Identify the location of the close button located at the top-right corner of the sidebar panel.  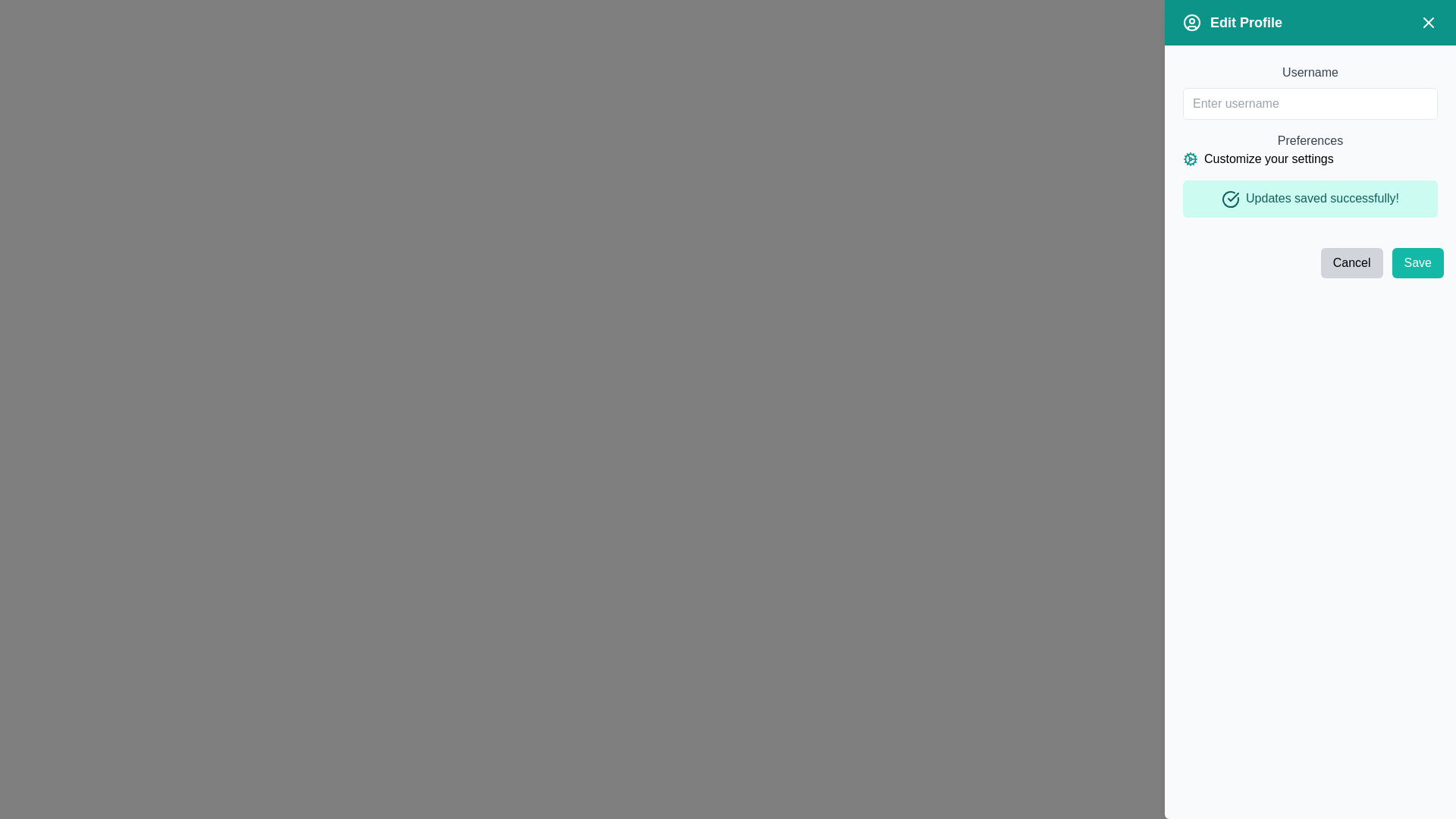
(1427, 23).